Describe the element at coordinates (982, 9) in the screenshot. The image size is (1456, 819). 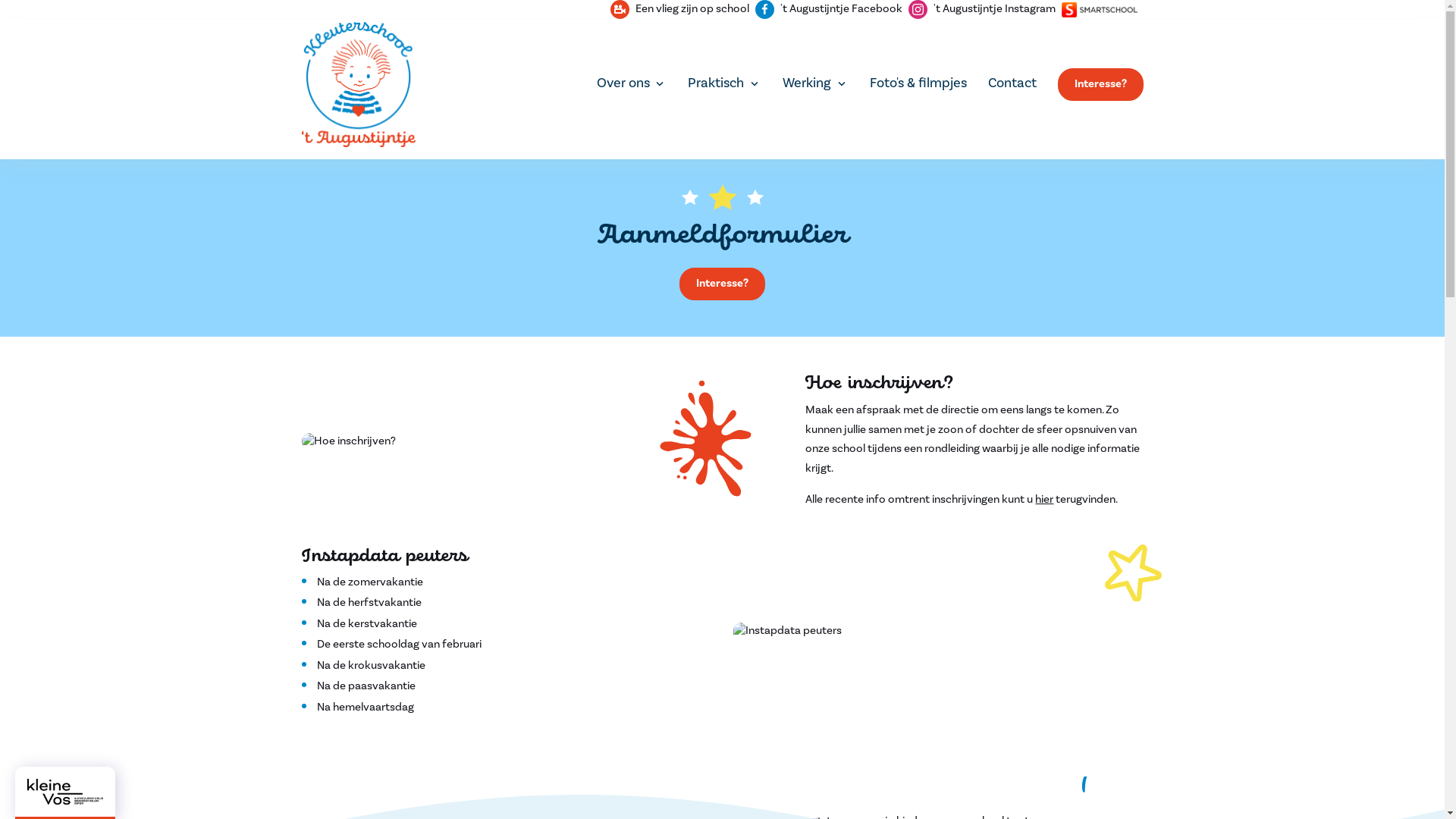
I see `''t Augustijntje Instagram'` at that location.